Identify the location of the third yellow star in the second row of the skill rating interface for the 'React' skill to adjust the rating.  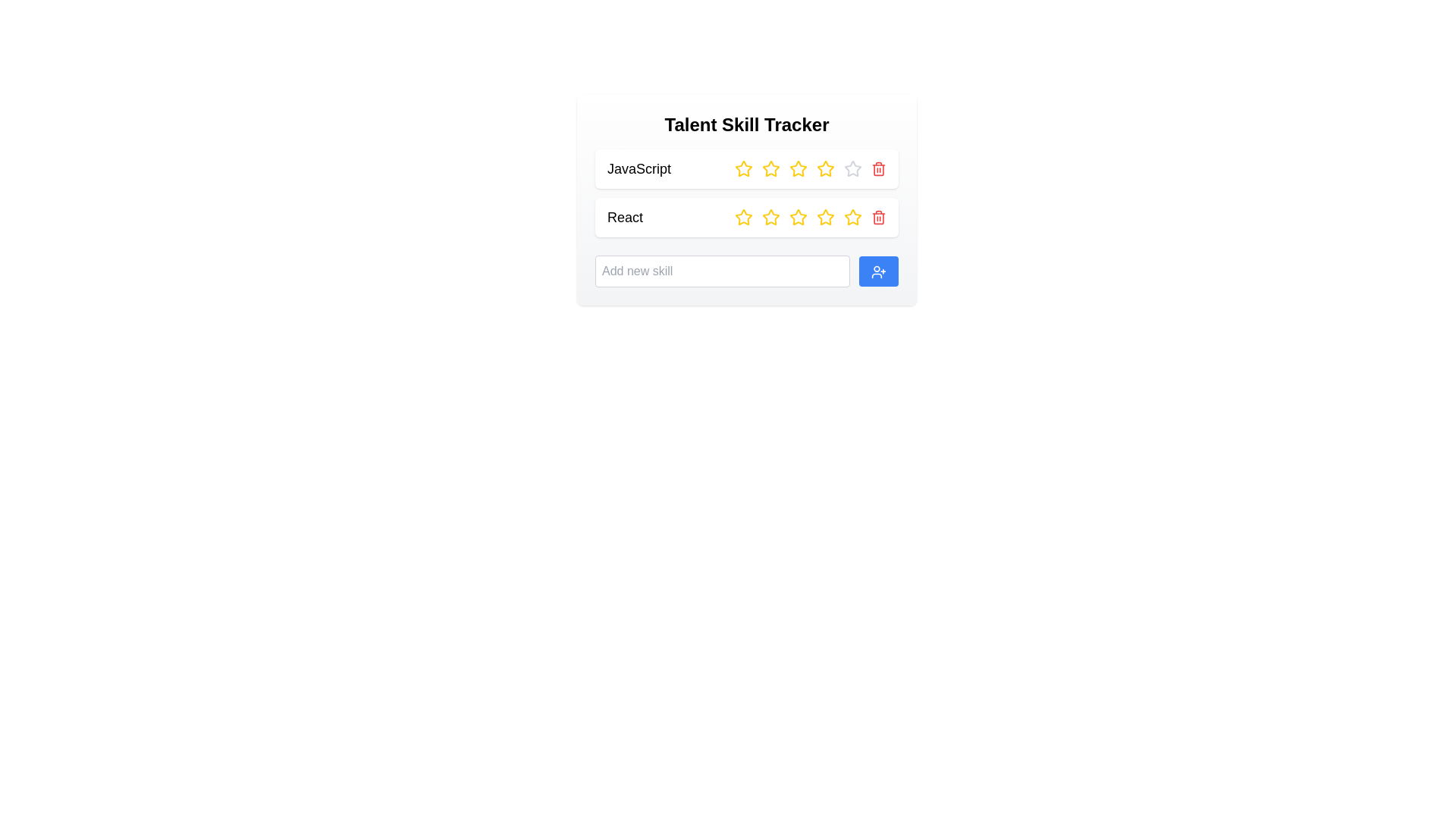
(796, 216).